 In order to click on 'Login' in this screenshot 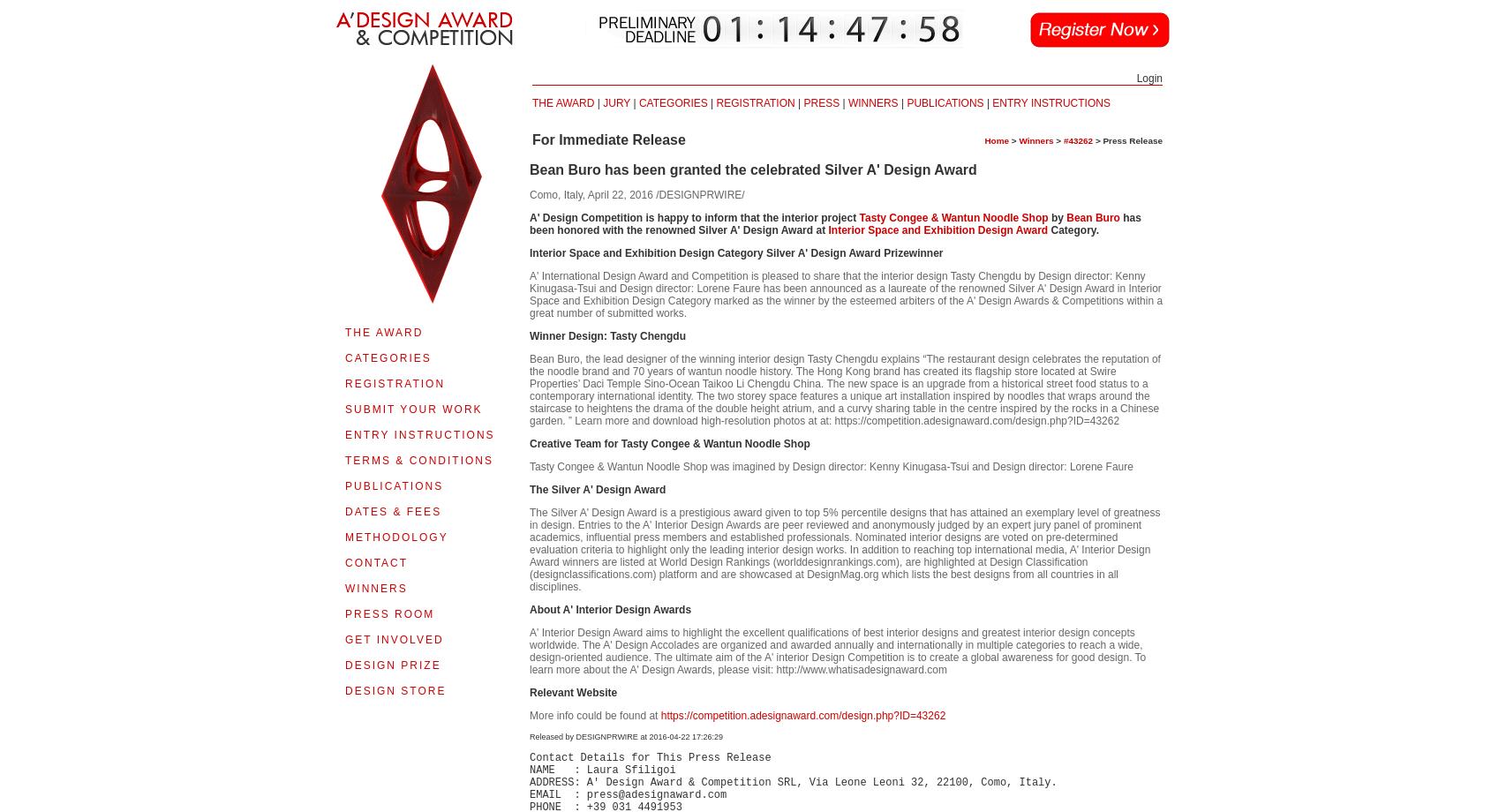, I will do `click(1148, 78)`.